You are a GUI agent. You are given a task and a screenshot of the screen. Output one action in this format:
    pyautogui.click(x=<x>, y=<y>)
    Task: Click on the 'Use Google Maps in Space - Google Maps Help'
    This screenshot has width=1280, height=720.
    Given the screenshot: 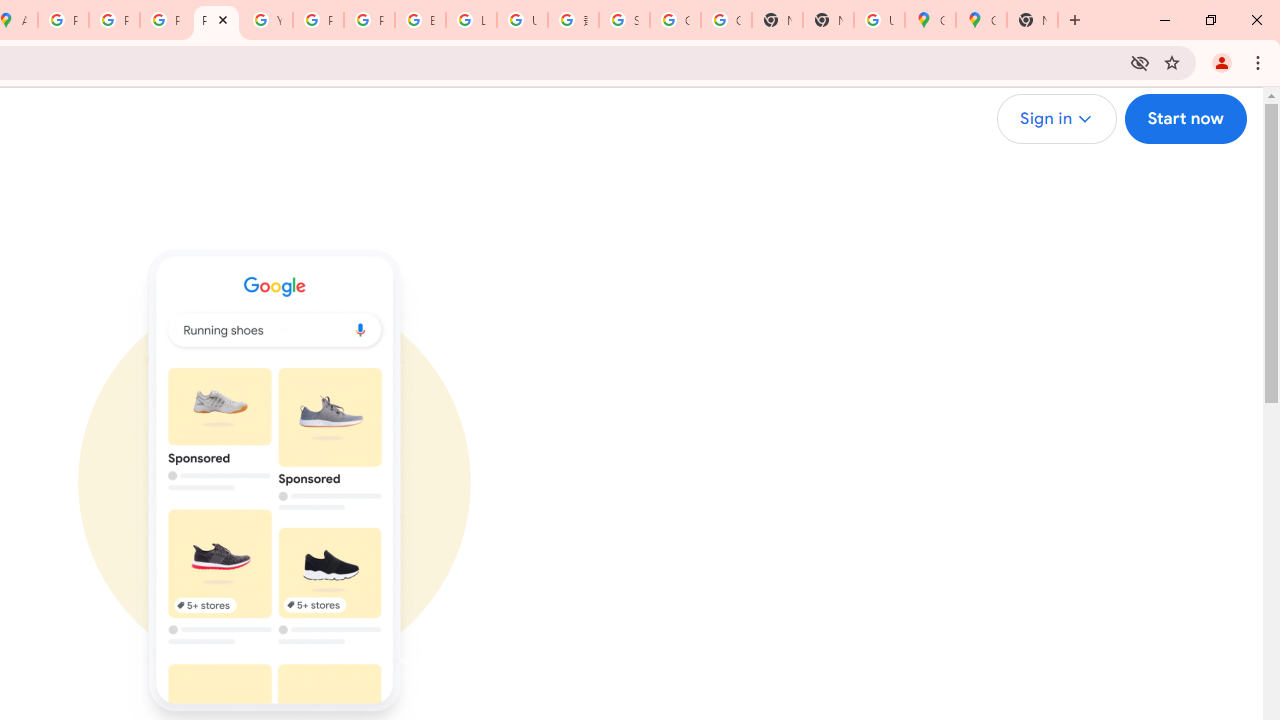 What is the action you would take?
    pyautogui.click(x=879, y=20)
    